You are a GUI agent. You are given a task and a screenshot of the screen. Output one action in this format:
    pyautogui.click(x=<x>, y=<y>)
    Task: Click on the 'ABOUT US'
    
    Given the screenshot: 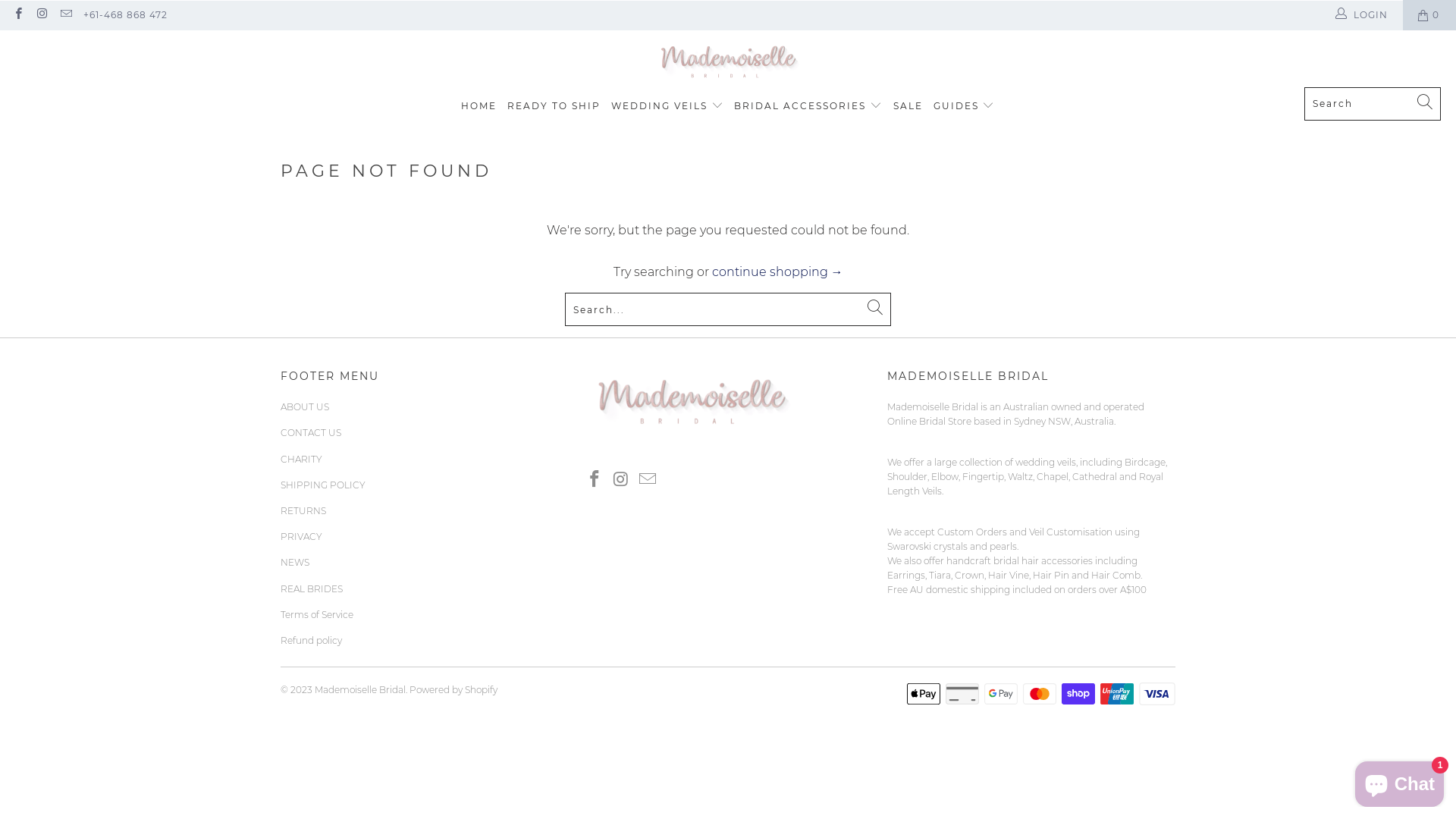 What is the action you would take?
    pyautogui.click(x=280, y=406)
    